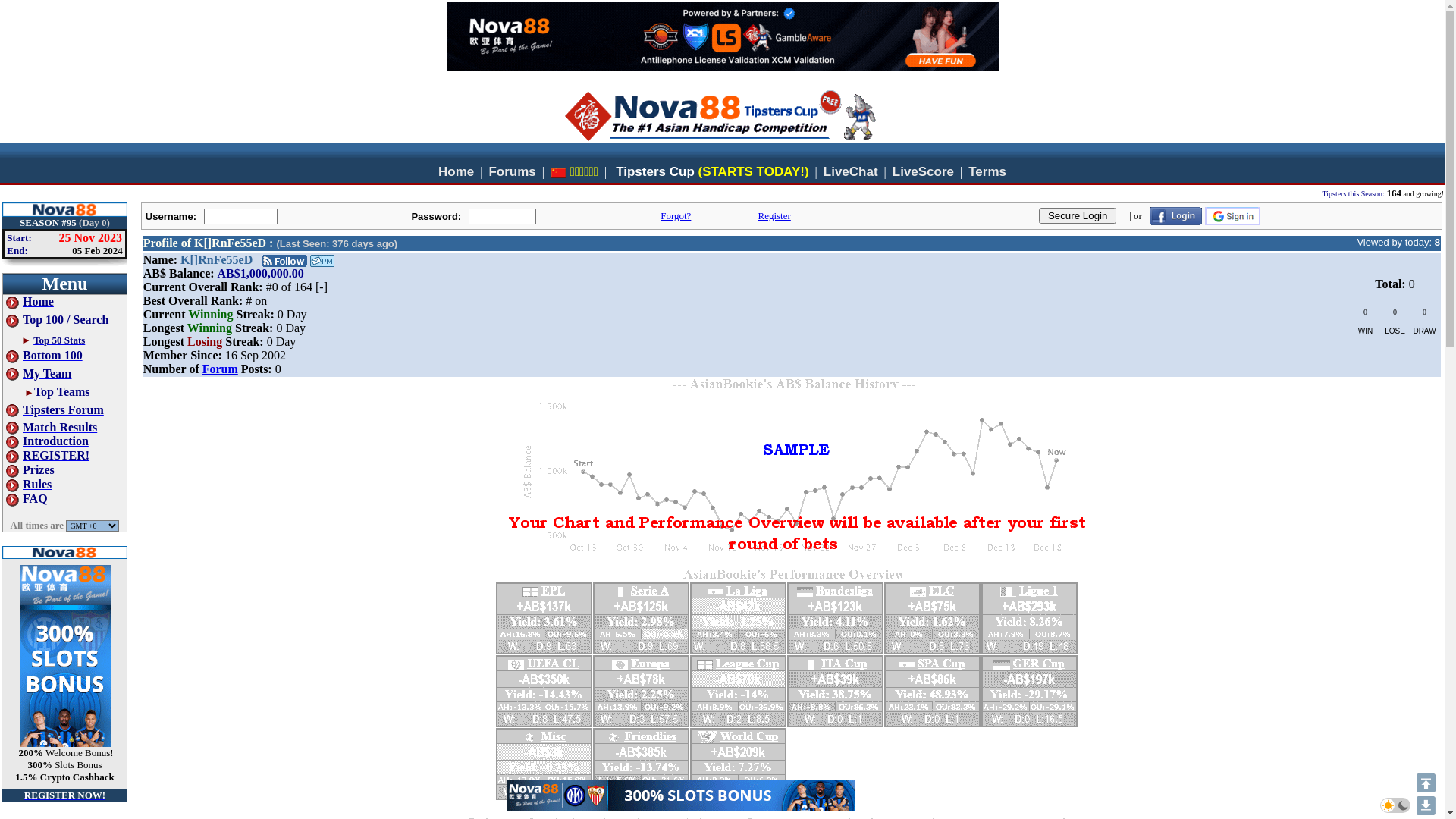 This screenshot has height=819, width=1456. What do you see at coordinates (1425, 805) in the screenshot?
I see `'Go to bottom'` at bounding box center [1425, 805].